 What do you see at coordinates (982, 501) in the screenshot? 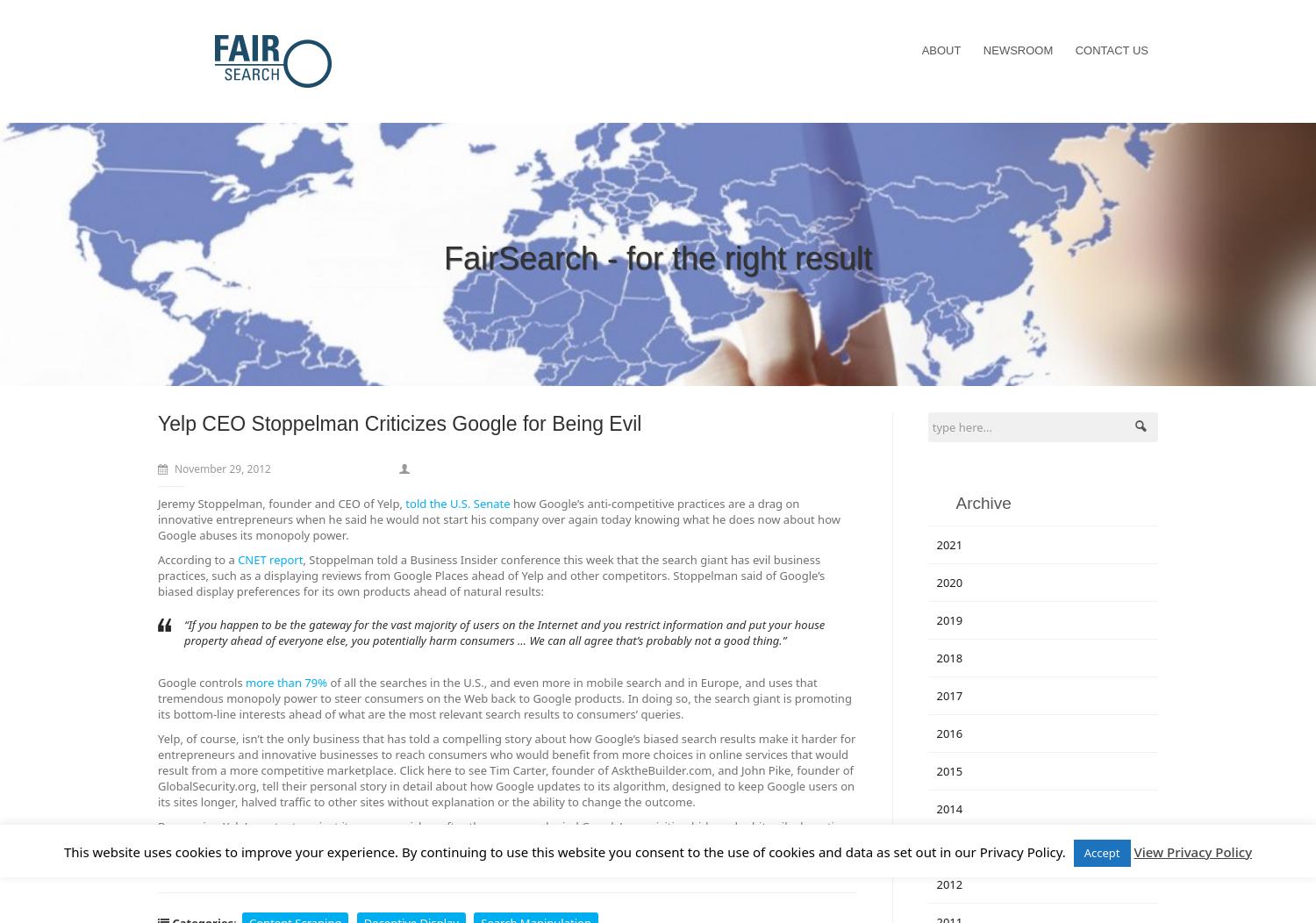
I see `'Archive'` at bounding box center [982, 501].